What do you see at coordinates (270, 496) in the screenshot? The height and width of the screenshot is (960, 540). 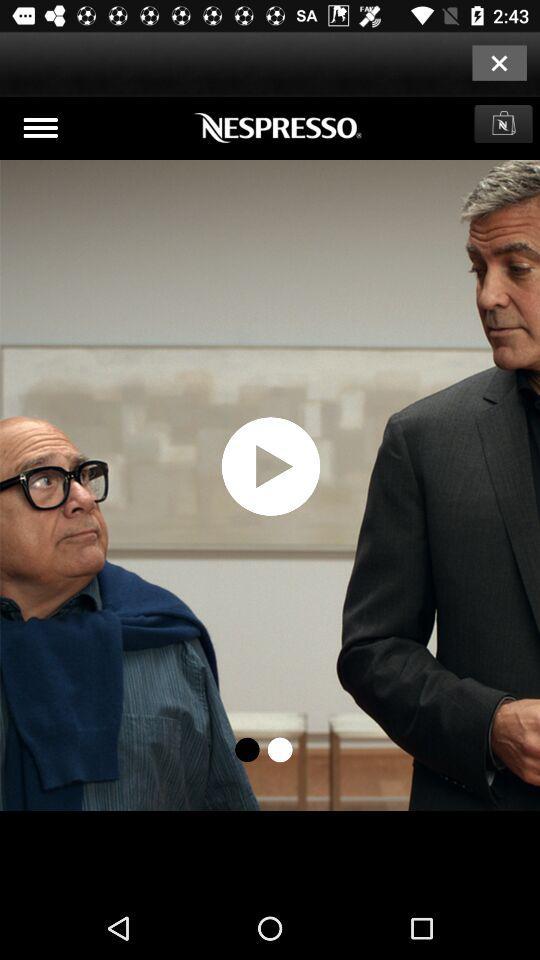 I see `video` at bounding box center [270, 496].